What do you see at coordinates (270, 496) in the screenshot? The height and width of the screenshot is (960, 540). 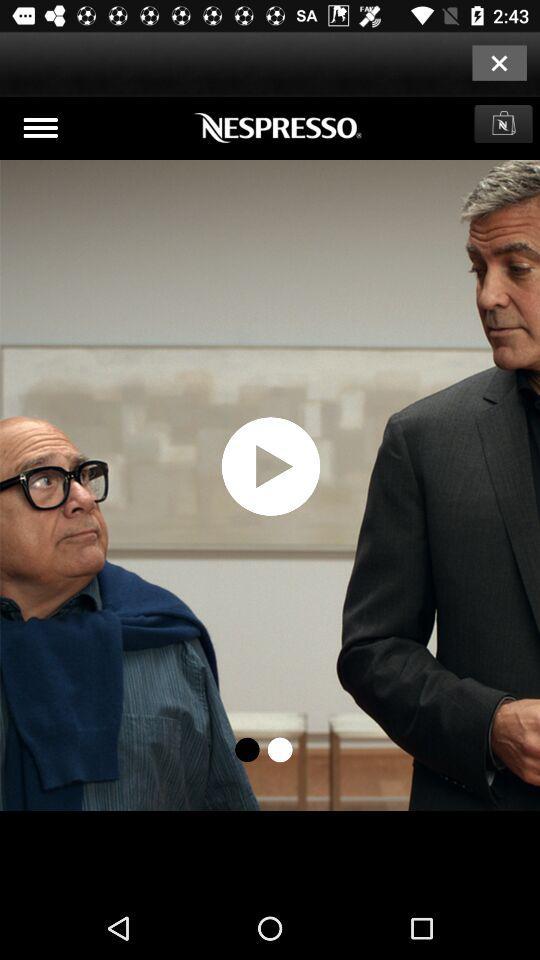 I see `video` at bounding box center [270, 496].